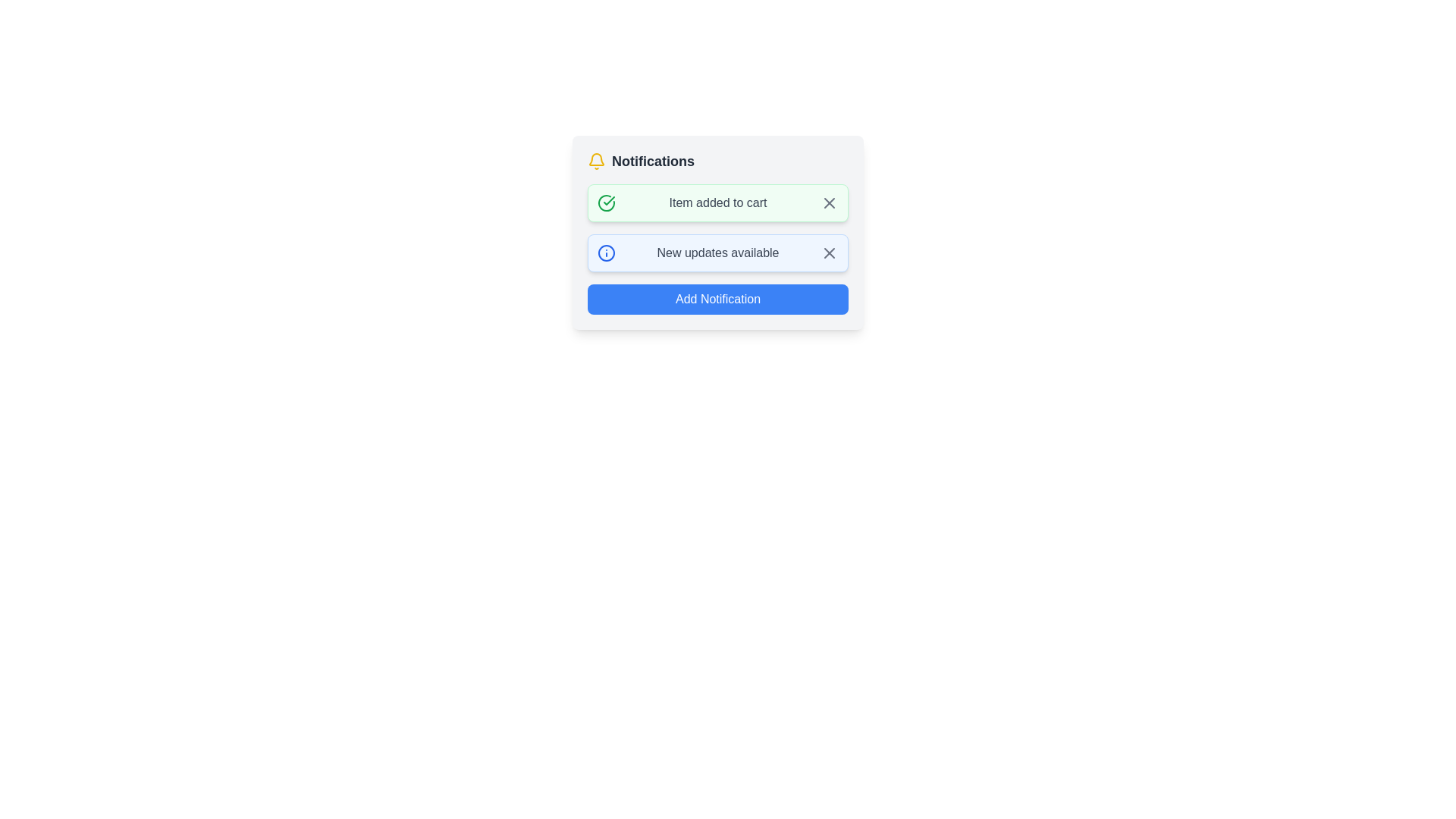  Describe the element at coordinates (717, 253) in the screenshot. I see `the information icon on the second notification regarding new updates, which is located directly below the 'Item added to cart' notification and above the 'Add Notification' button` at that location.